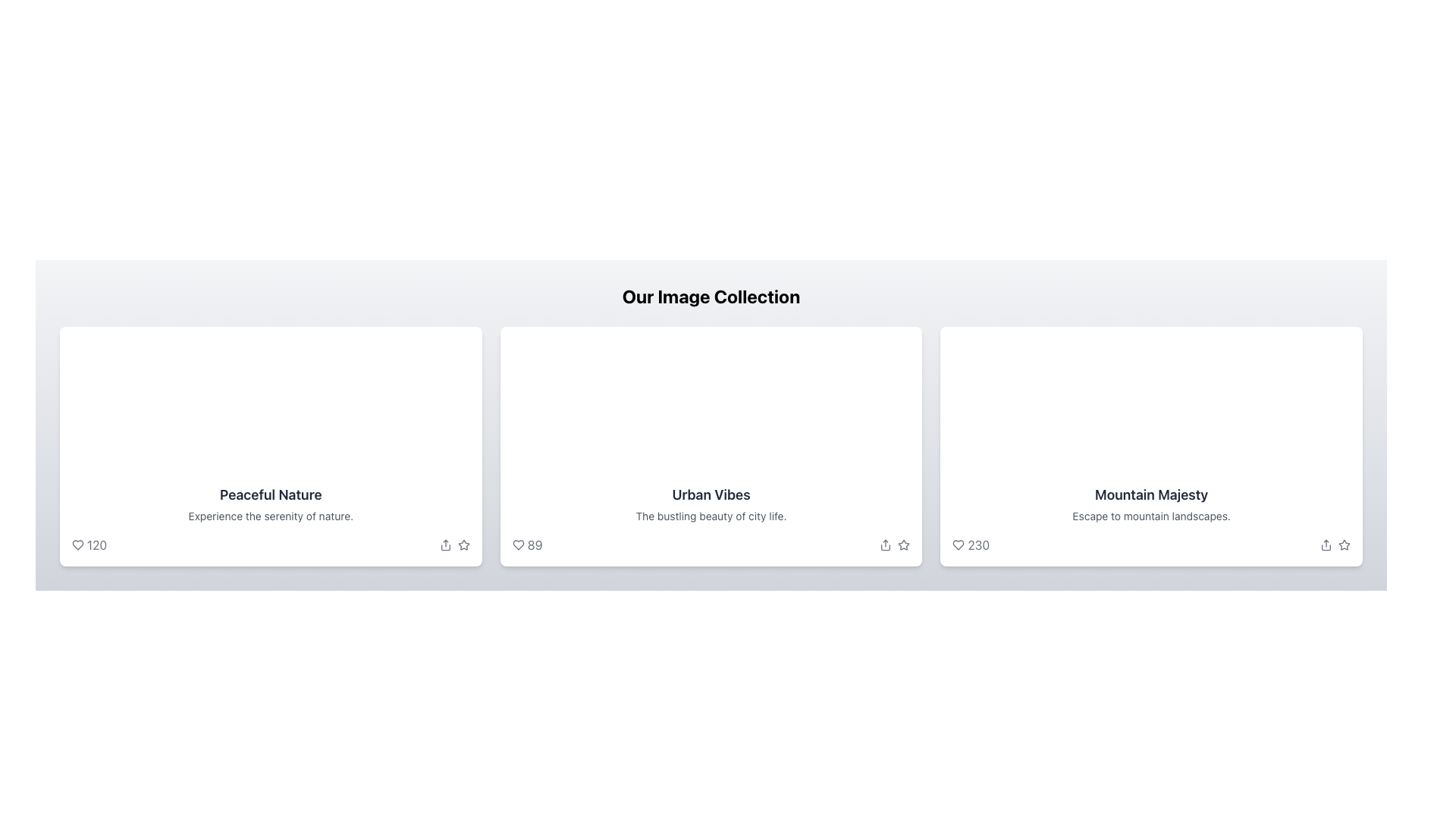 The image size is (1456, 819). I want to click on the heart-shaped icon with a thin outline and hollow center located to the left of the number '230' in the bottom-right section of the 'Mountain Majesty' card, so click(958, 544).